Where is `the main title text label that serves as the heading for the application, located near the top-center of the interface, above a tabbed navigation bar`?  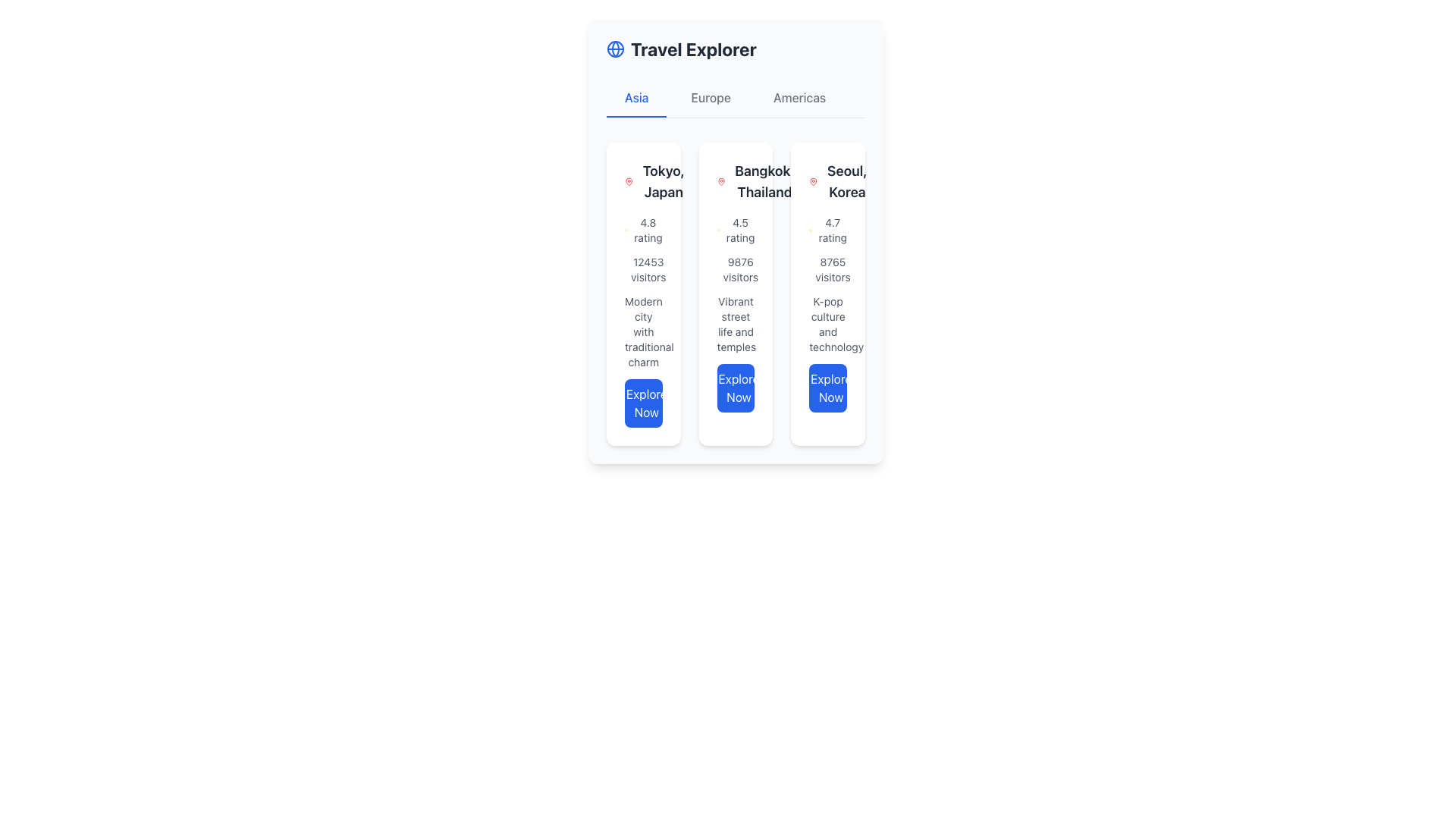
the main title text label that serves as the heading for the application, located near the top-center of the interface, above a tabbed navigation bar is located at coordinates (692, 49).